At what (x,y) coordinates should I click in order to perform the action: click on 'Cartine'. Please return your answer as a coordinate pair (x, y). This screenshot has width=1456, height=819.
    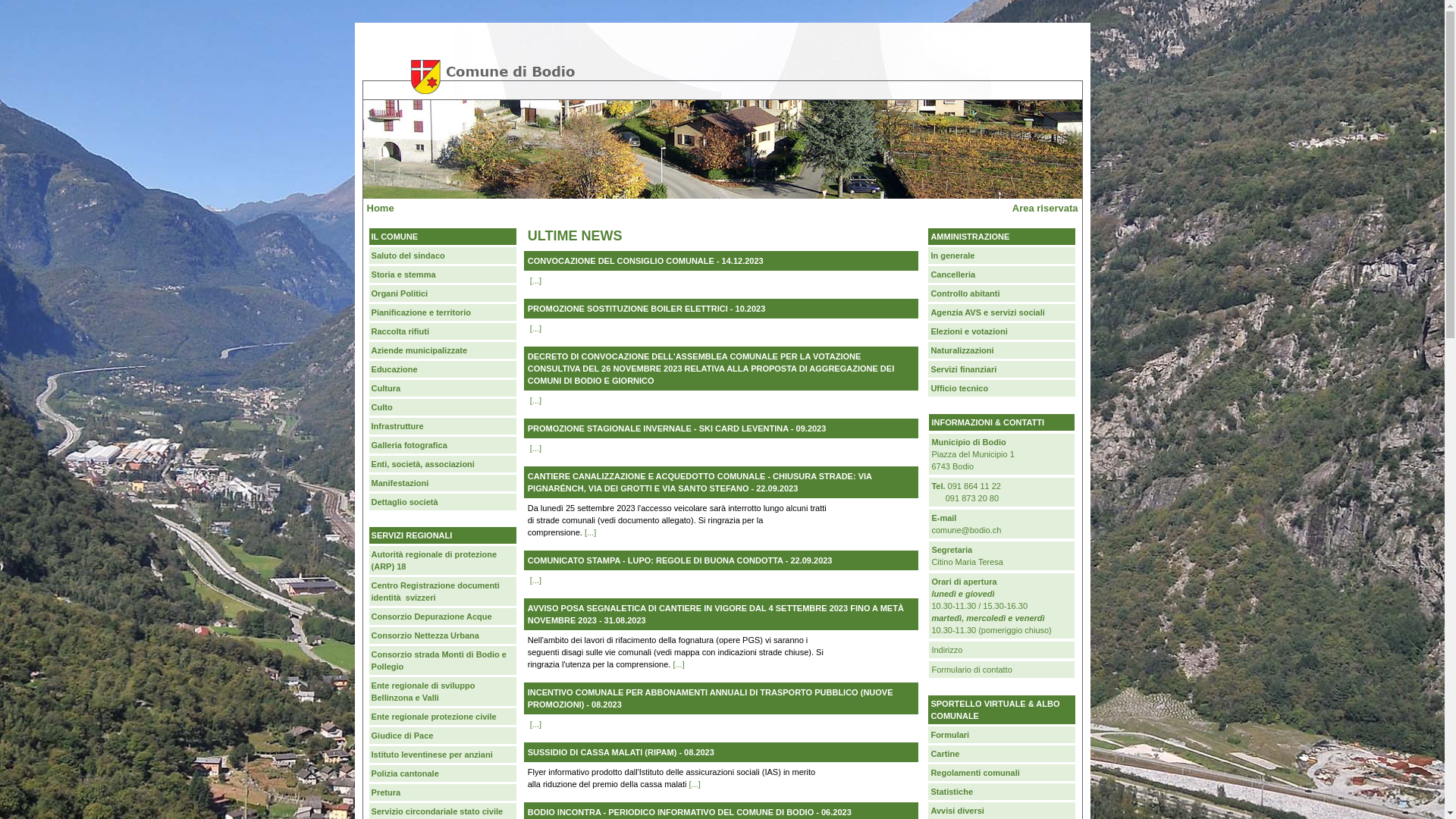
    Looking at the image, I should click on (1001, 754).